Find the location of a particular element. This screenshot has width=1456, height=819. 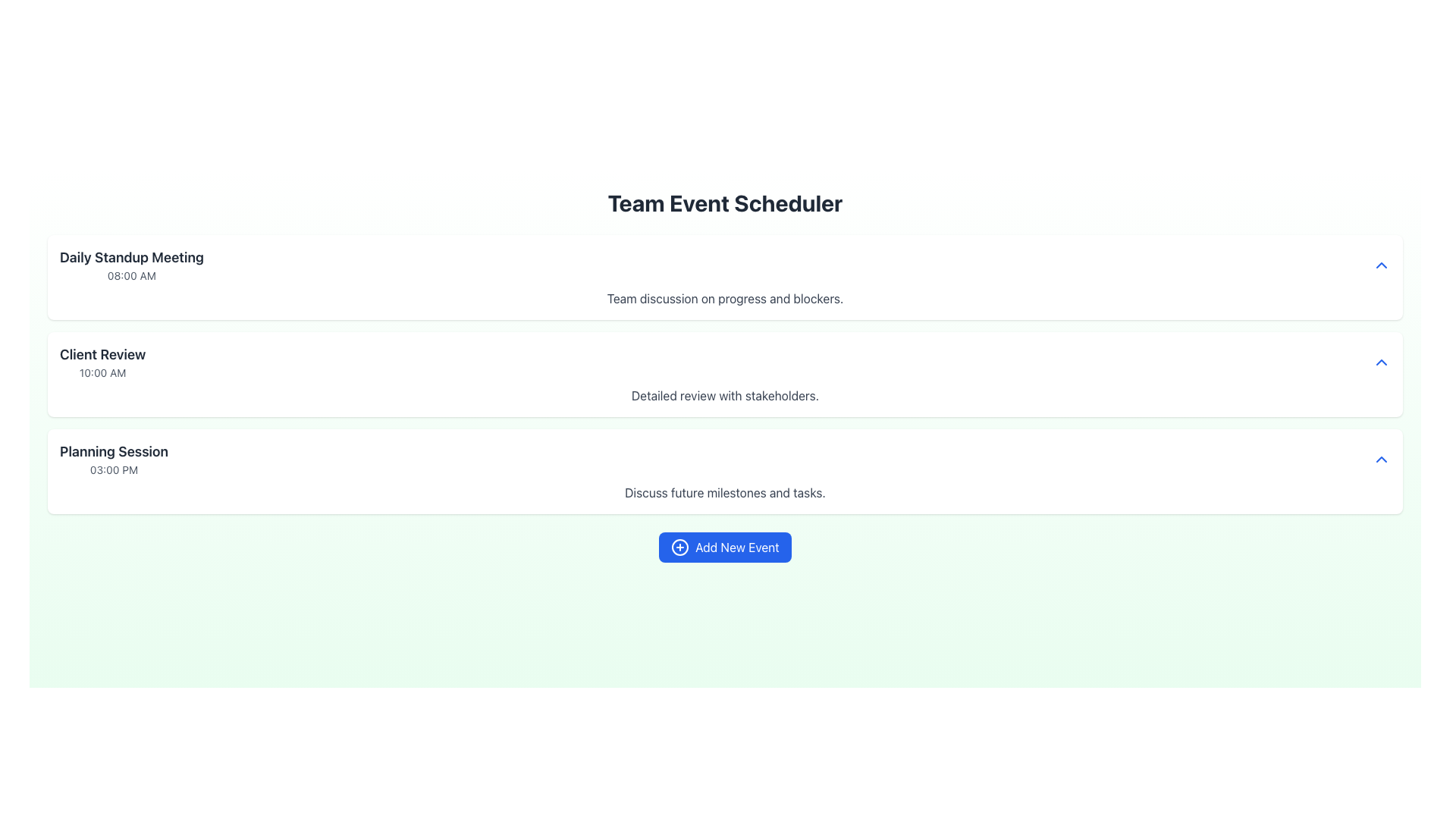

the small text label displaying '08:00 AM' which is located underneath the 'Daily Standup Meeting' label on the left side of the interface is located at coordinates (131, 275).